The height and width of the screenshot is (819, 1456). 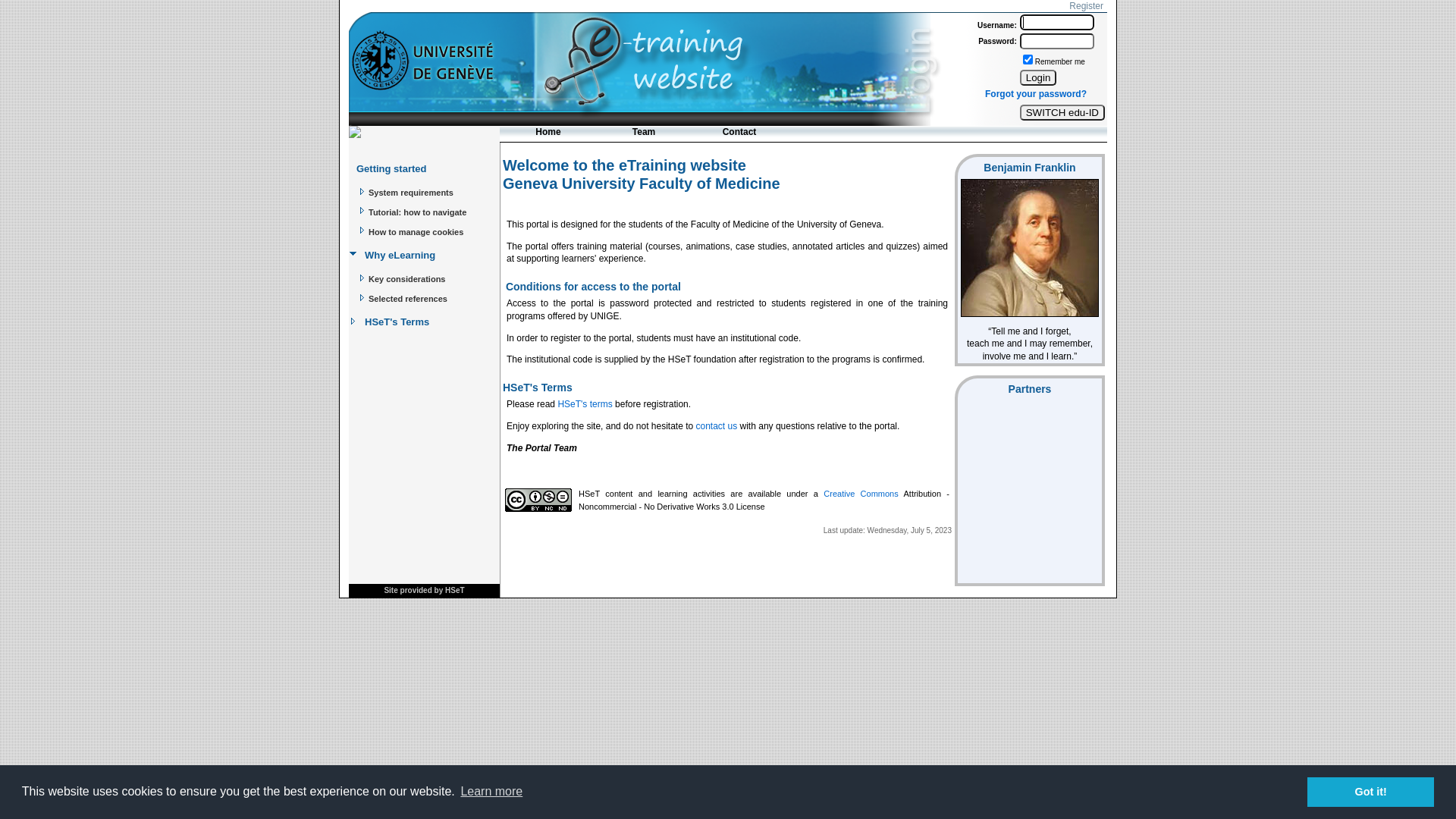 What do you see at coordinates (739, 133) in the screenshot?
I see `'Contact'` at bounding box center [739, 133].